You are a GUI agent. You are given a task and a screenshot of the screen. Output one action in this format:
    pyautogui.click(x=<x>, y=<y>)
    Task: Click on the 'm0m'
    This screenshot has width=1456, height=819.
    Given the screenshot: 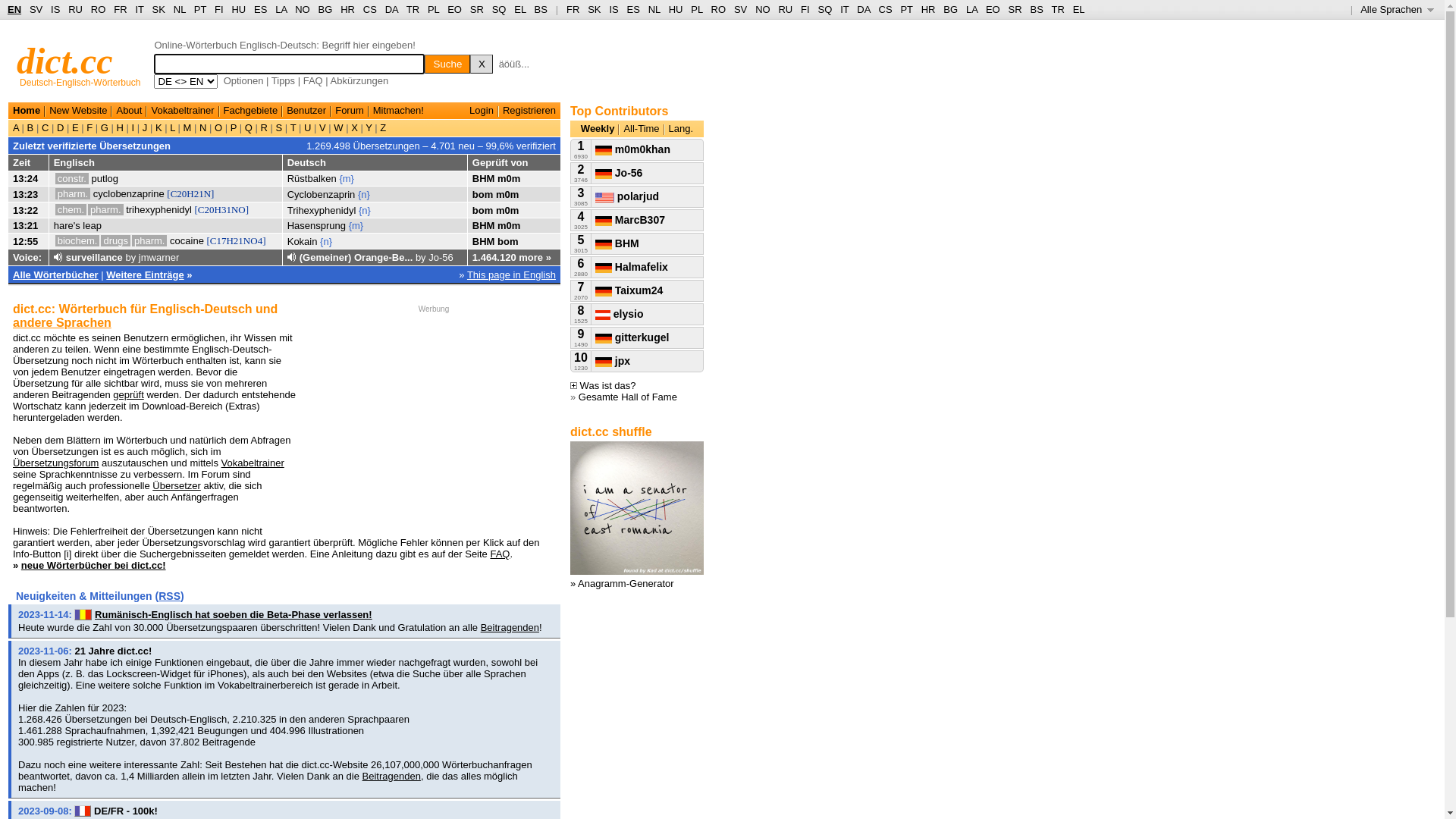 What is the action you would take?
    pyautogui.click(x=507, y=210)
    